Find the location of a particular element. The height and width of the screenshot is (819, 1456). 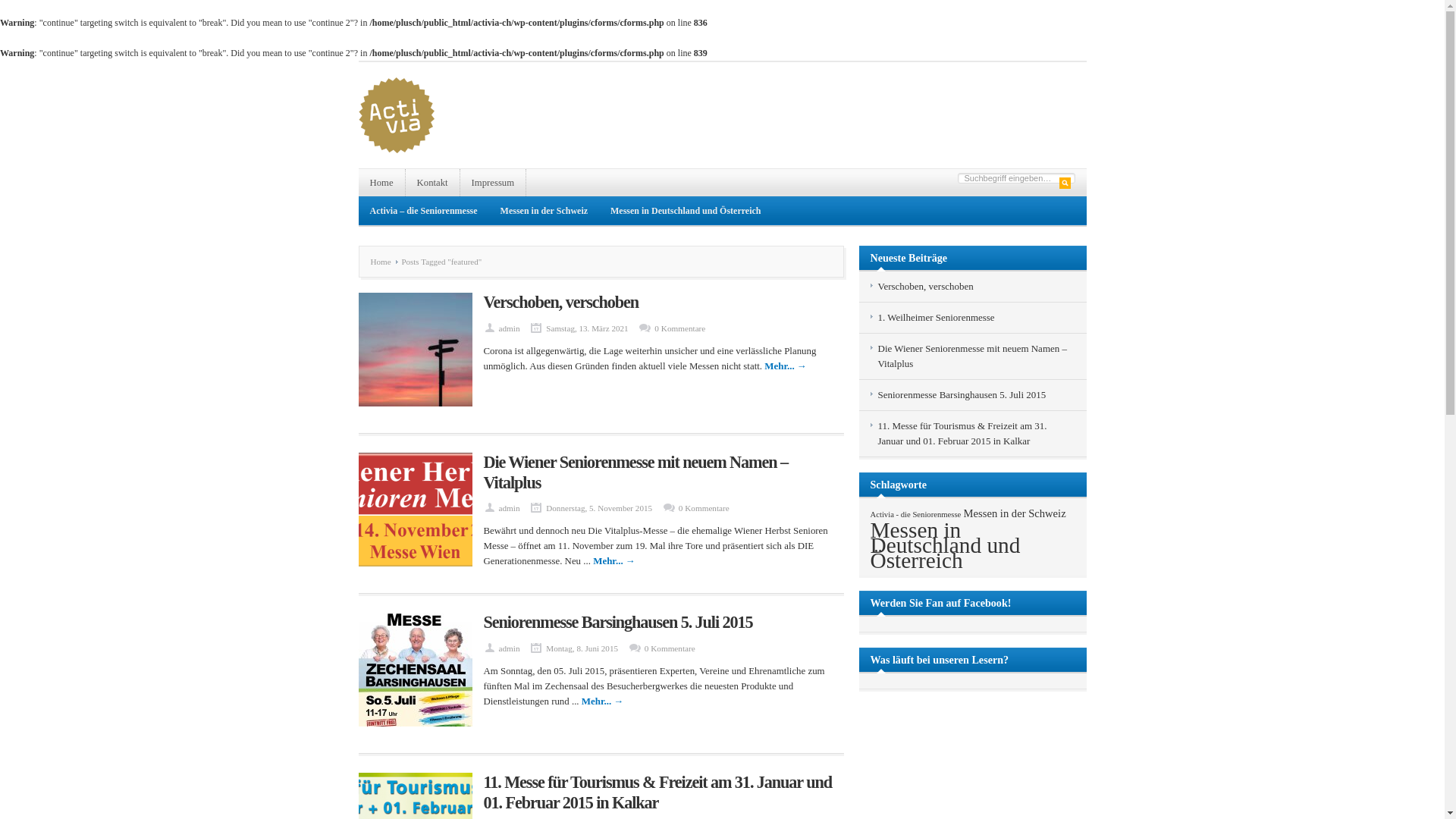

'Activia - die Seniorenmesse' is located at coordinates (915, 513).